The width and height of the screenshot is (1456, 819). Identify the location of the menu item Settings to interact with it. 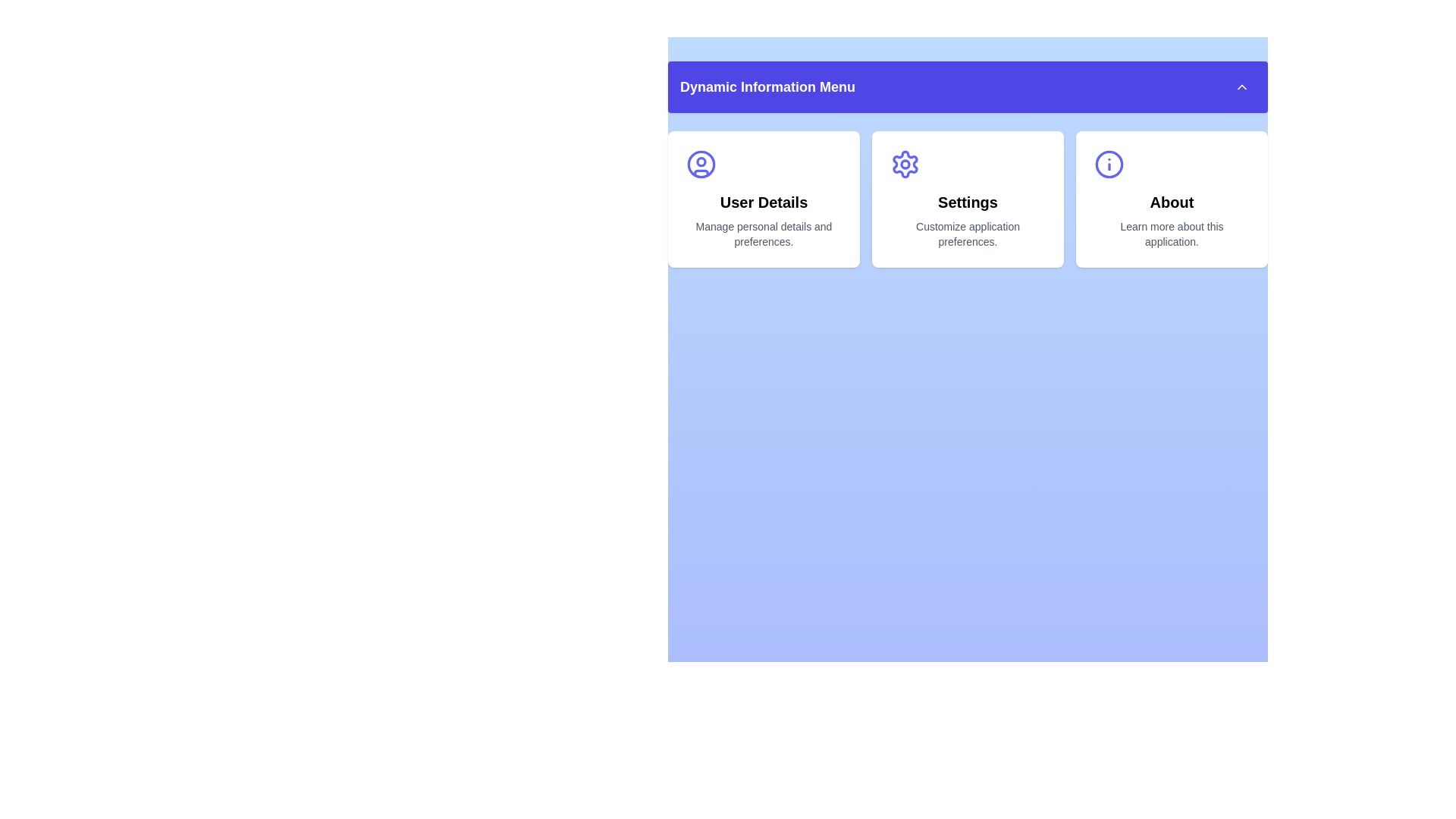
(967, 198).